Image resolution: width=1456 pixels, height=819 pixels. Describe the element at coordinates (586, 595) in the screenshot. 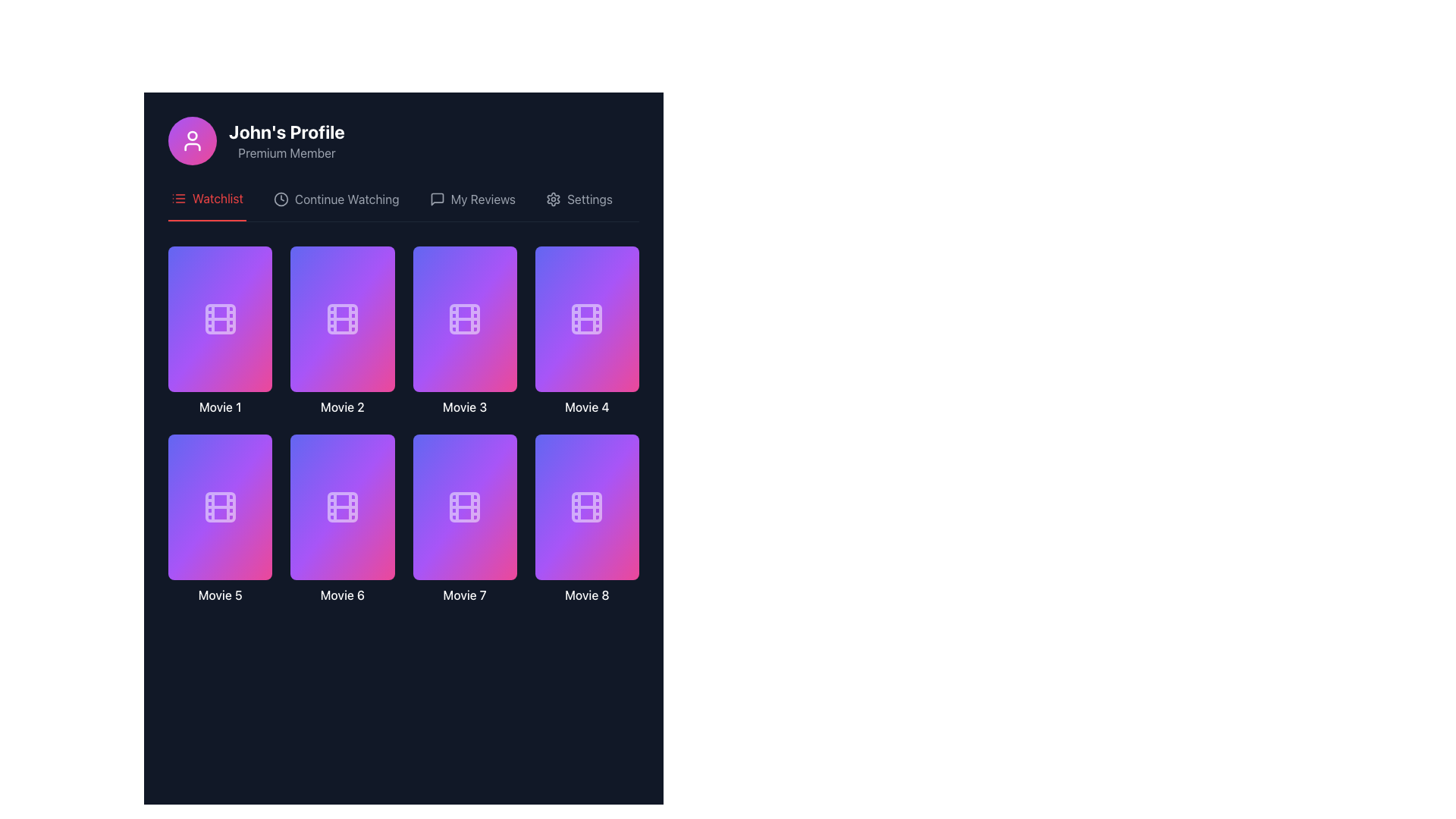

I see `the text element displaying 'Movie 8' in white font, which is positioned below the eighth item in a grid of movie thumbnails` at that location.